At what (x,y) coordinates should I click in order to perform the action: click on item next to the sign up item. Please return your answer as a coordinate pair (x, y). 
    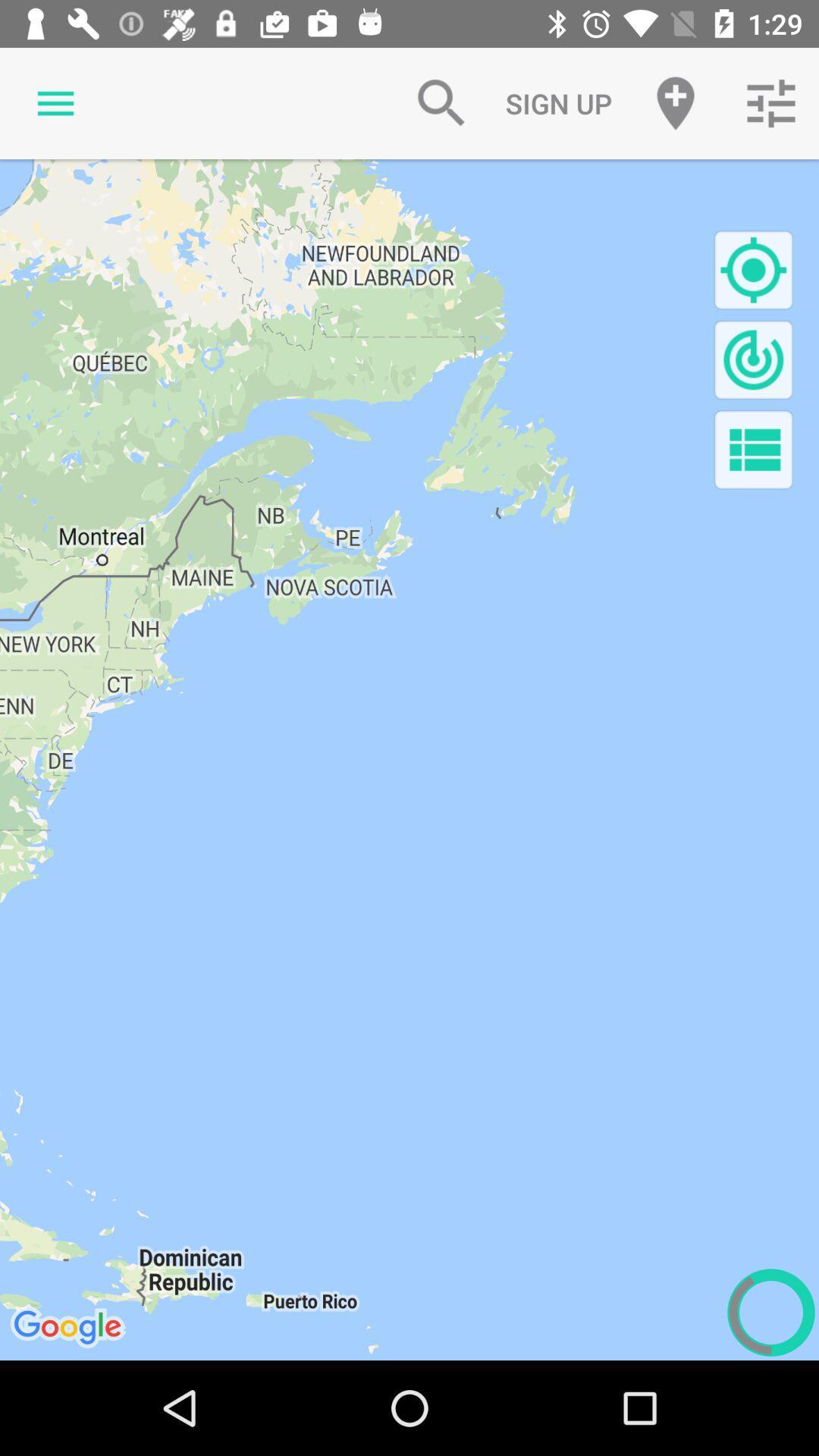
    Looking at the image, I should click on (675, 102).